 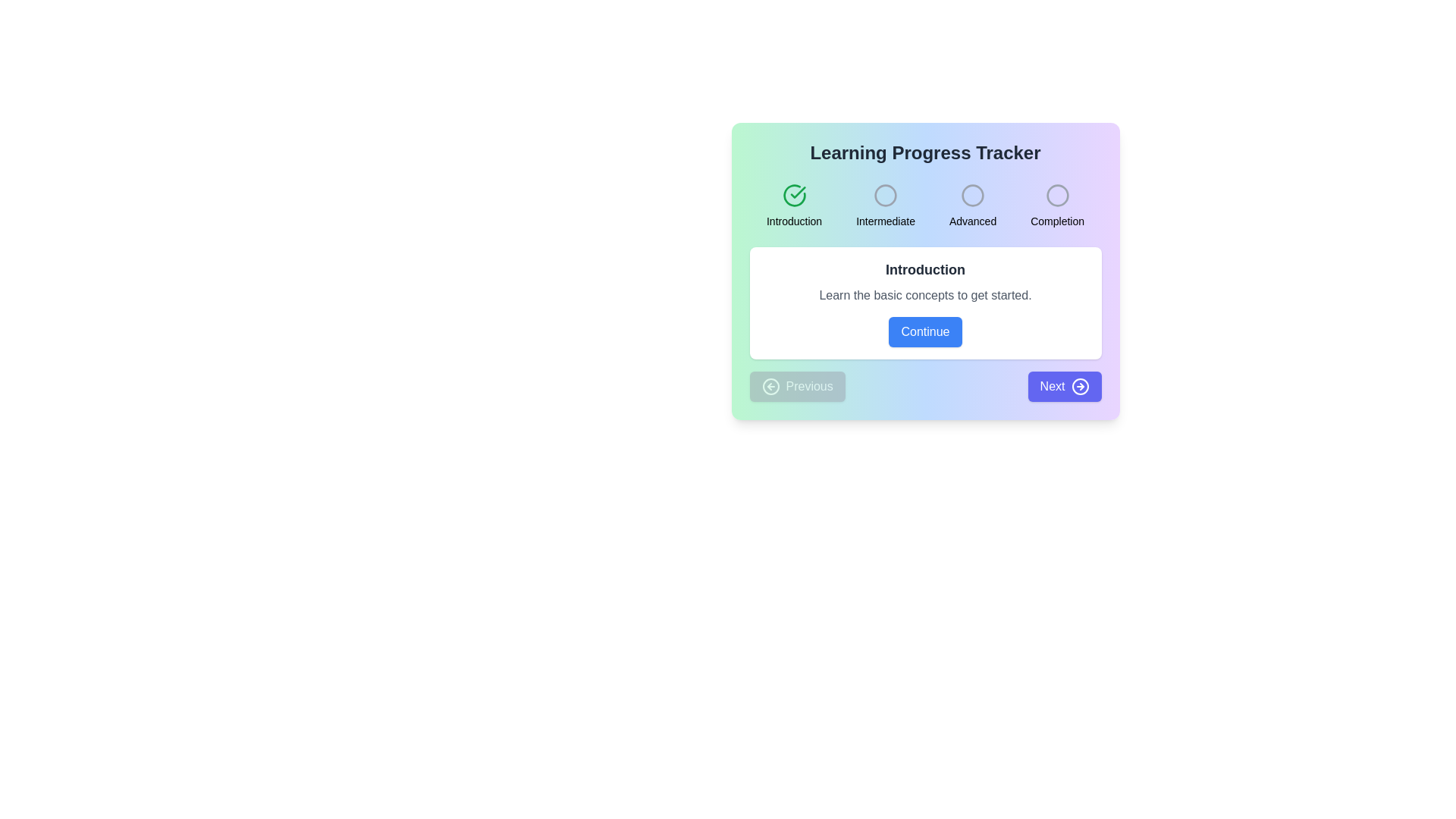 I want to click on the 'Completion' stage representation, so click(x=1056, y=206).